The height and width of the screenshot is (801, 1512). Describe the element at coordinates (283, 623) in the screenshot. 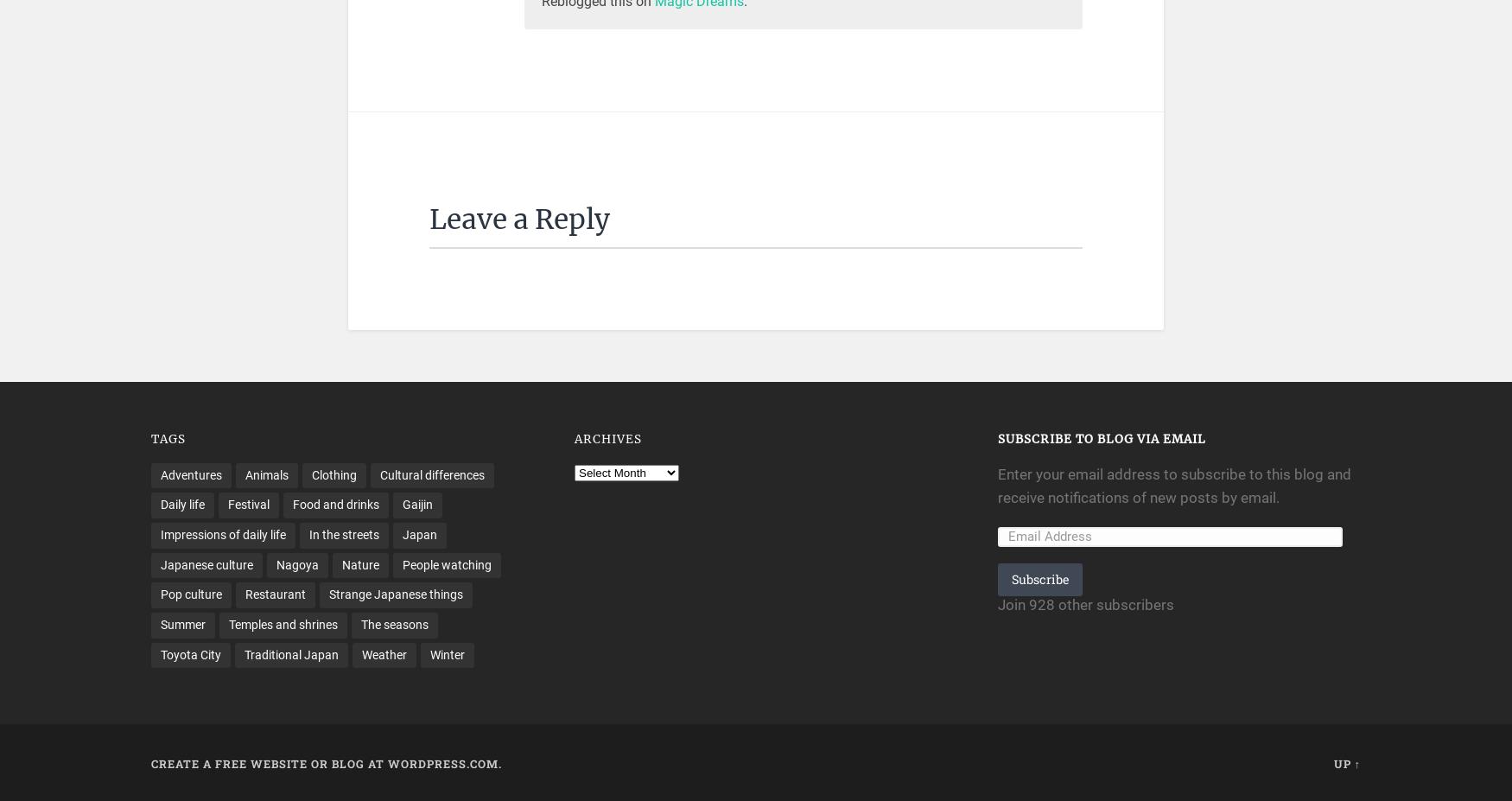

I see `'Temples and shrines'` at that location.